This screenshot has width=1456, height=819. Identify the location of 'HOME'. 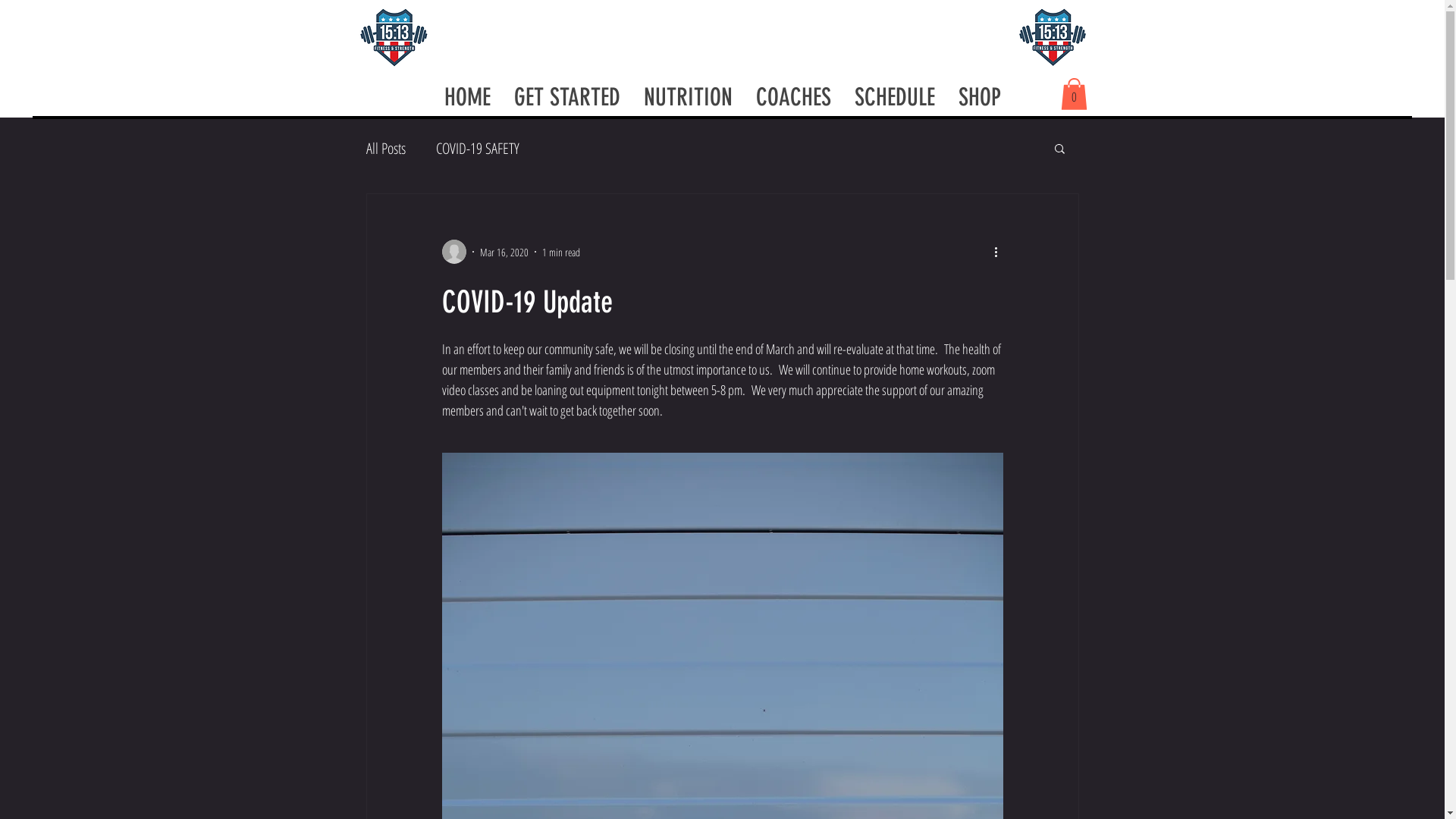
(466, 96).